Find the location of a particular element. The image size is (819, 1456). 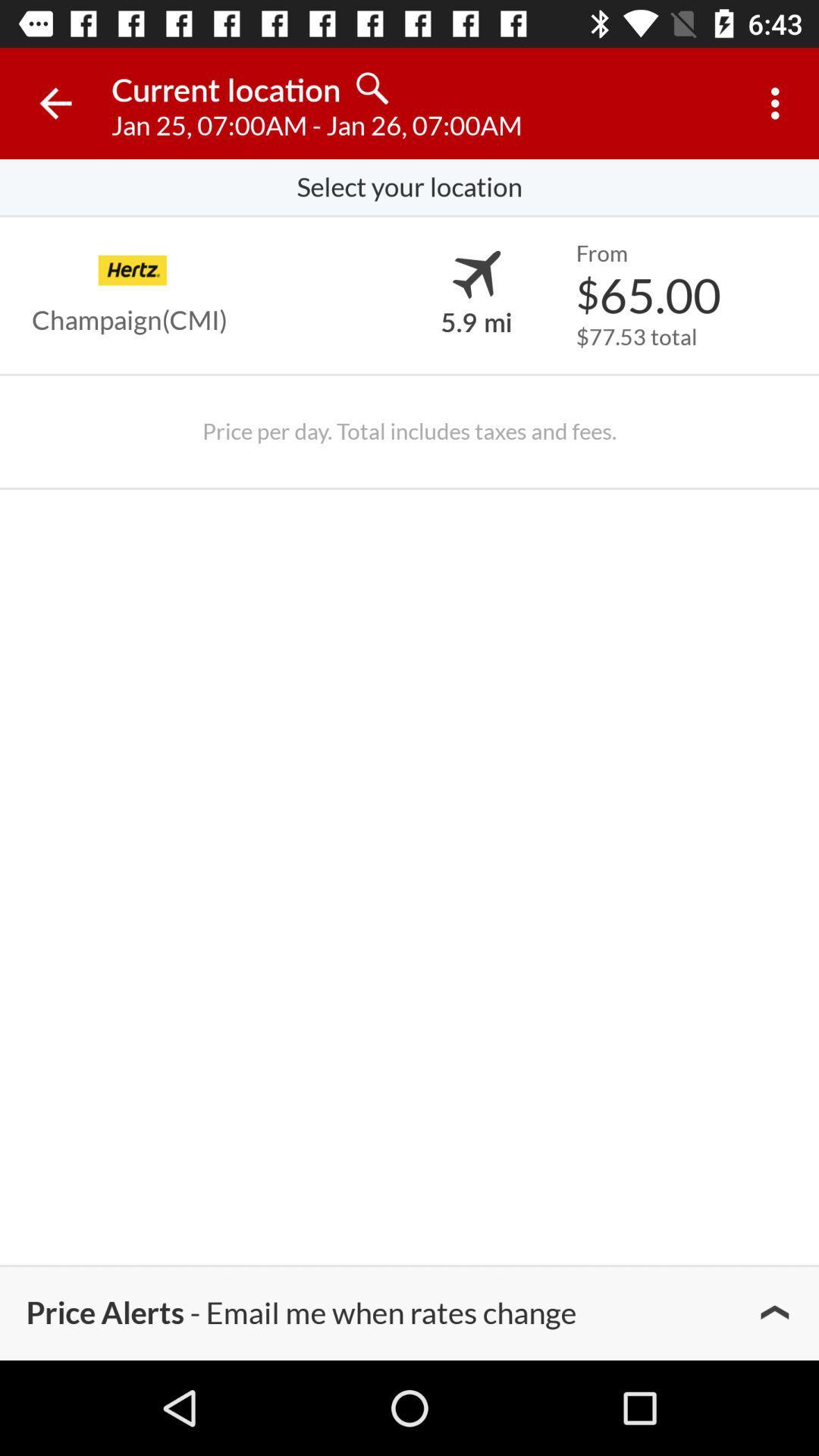

$65.00 icon is located at coordinates (648, 294).